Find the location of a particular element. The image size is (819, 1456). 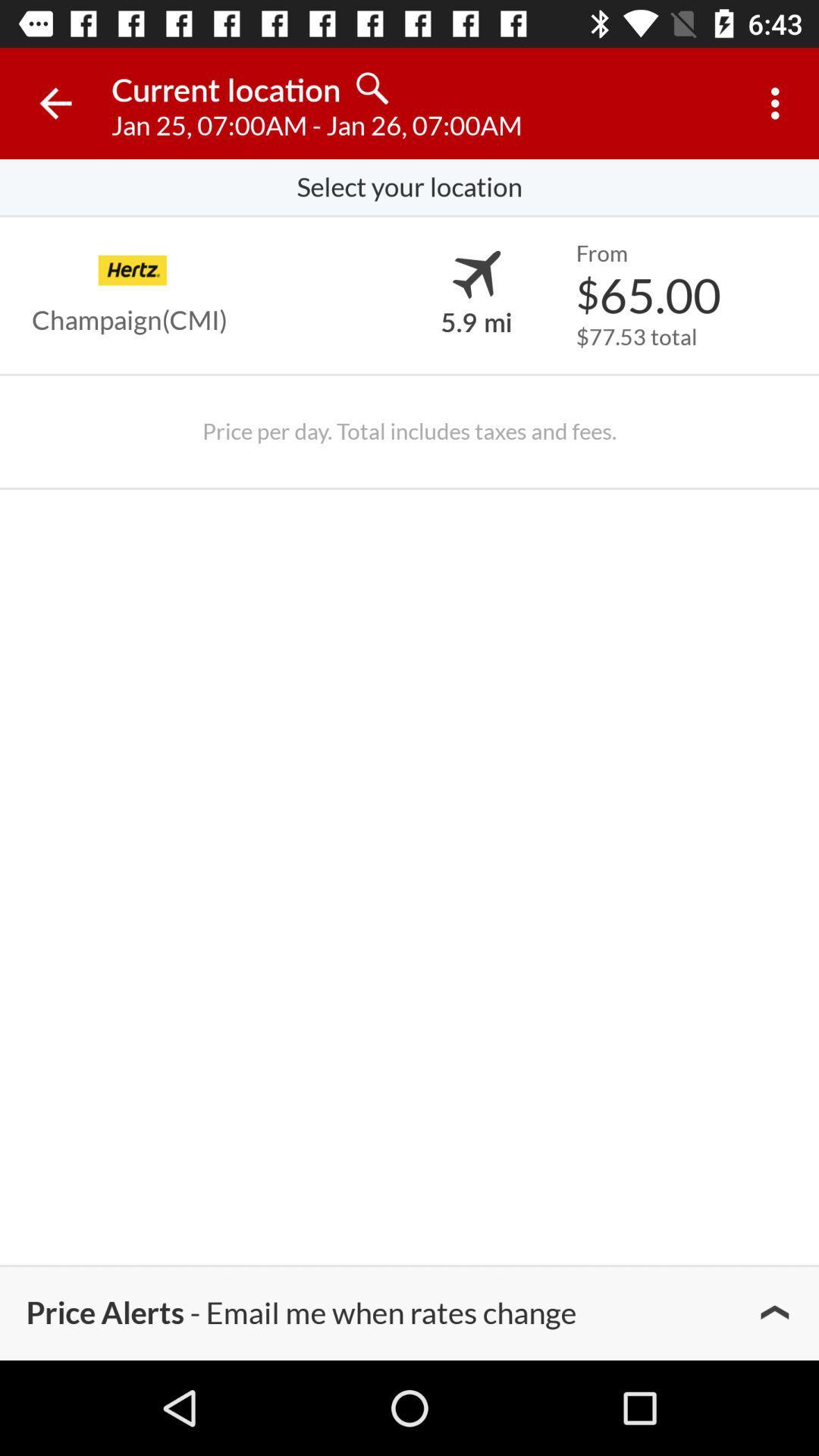

$65.00 icon is located at coordinates (648, 294).